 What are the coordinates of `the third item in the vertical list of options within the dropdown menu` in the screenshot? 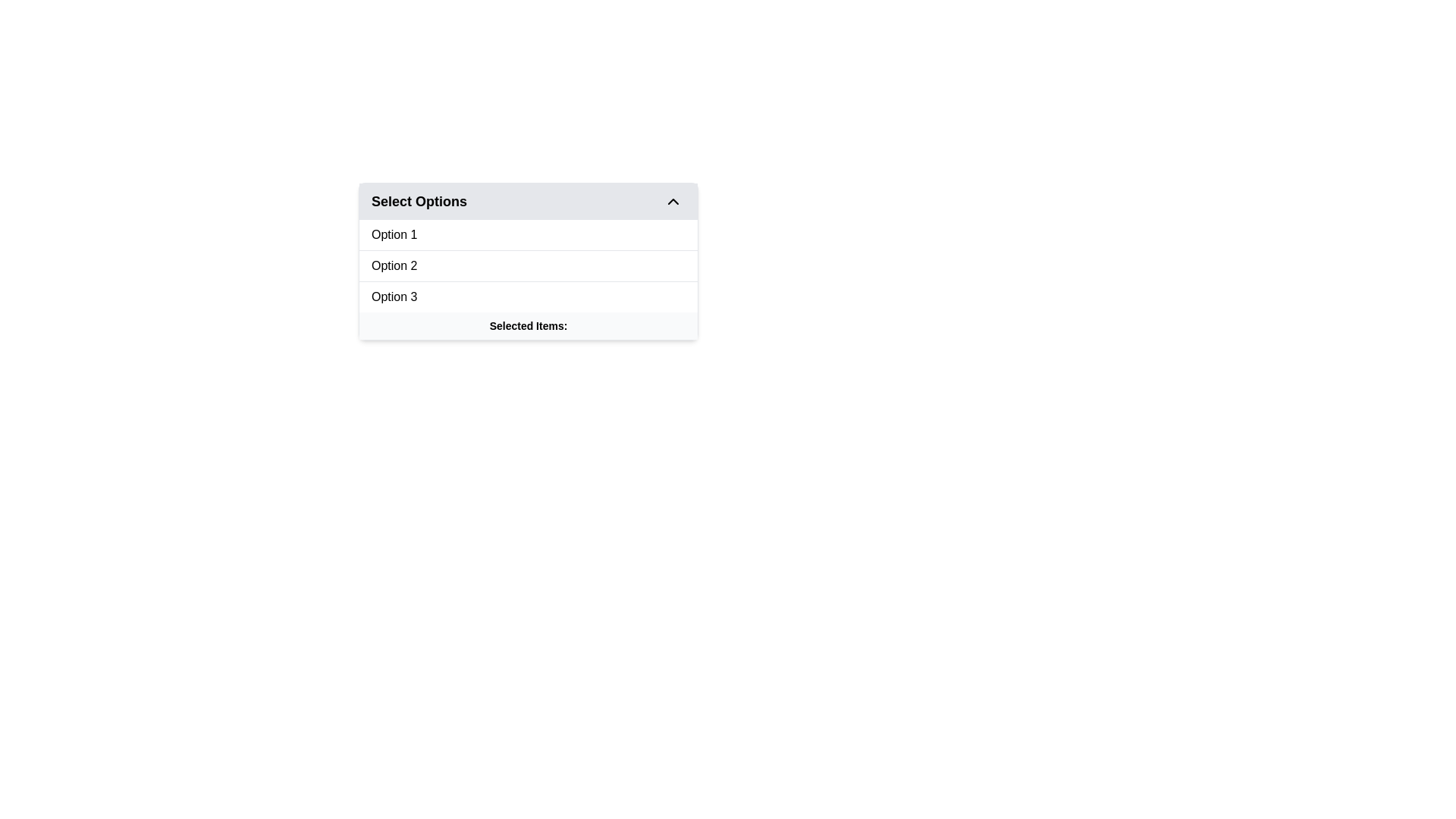 It's located at (528, 297).